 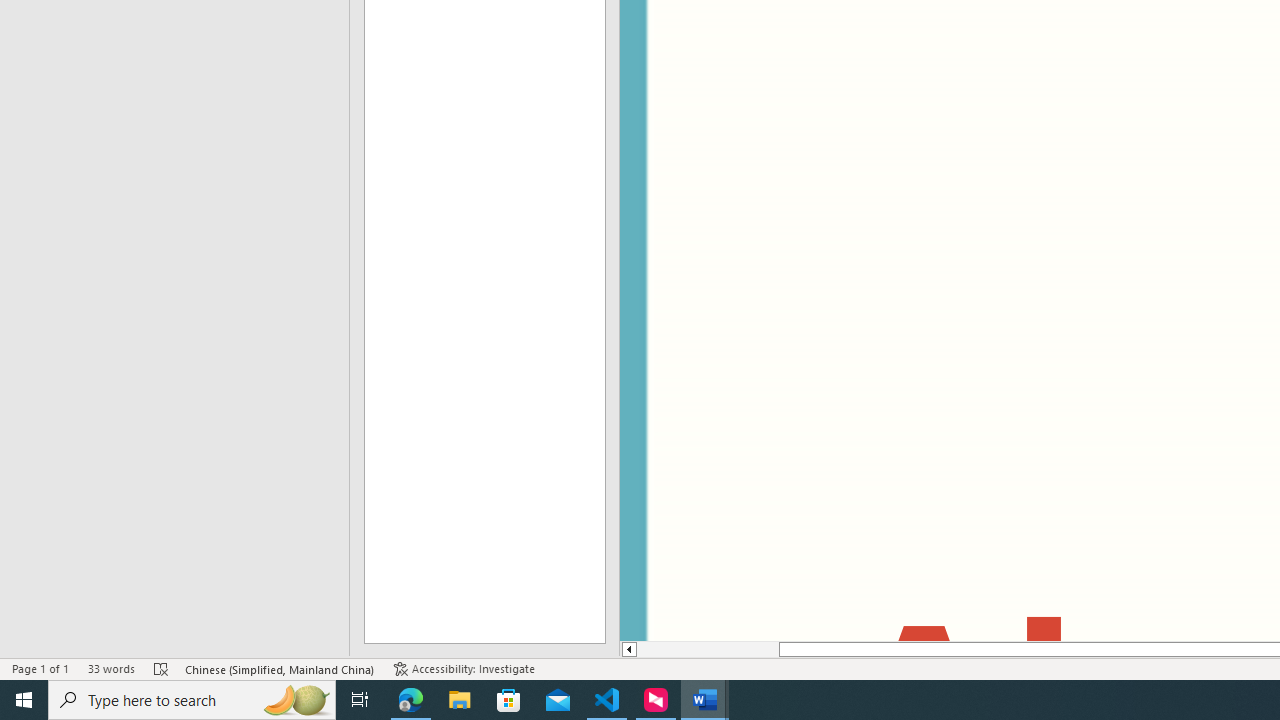 I want to click on 'Language Chinese (Simplified, Mainland China)', so click(x=279, y=669).